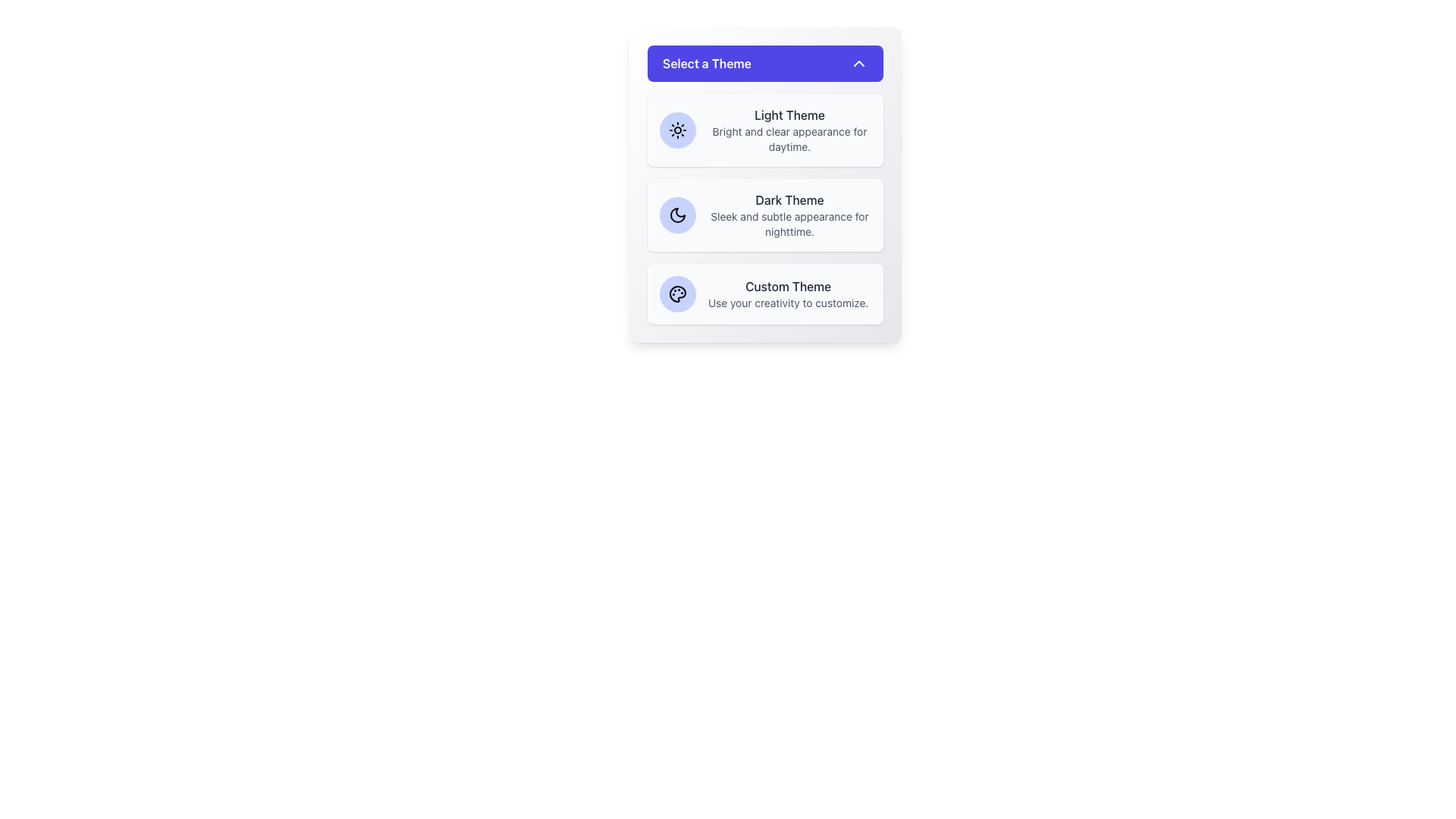 The width and height of the screenshot is (1456, 819). I want to click on the 'Light Theme' icon located at the top of the 'Select a Theme' list, which visually represents the light theme option, so click(676, 130).